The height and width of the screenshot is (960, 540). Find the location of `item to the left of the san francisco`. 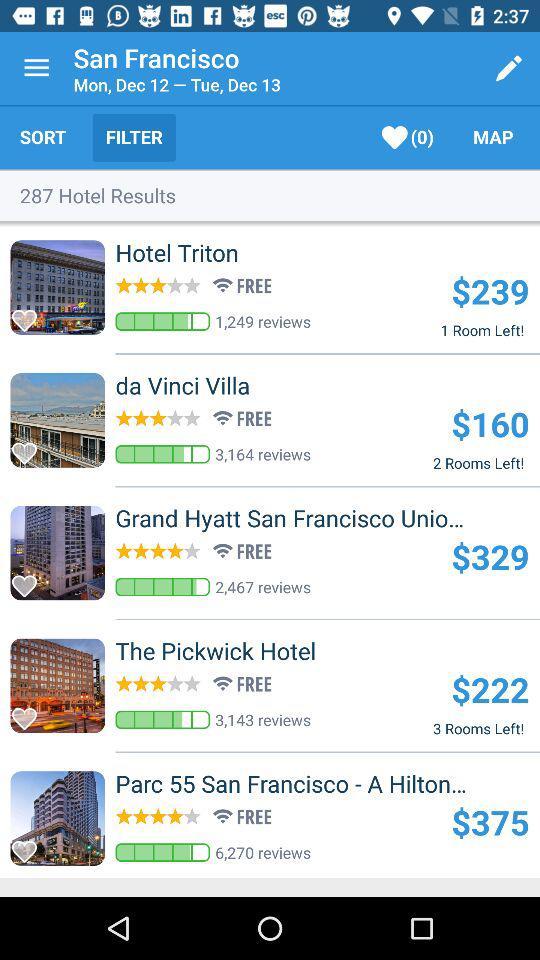

item to the left of the san francisco is located at coordinates (36, 68).